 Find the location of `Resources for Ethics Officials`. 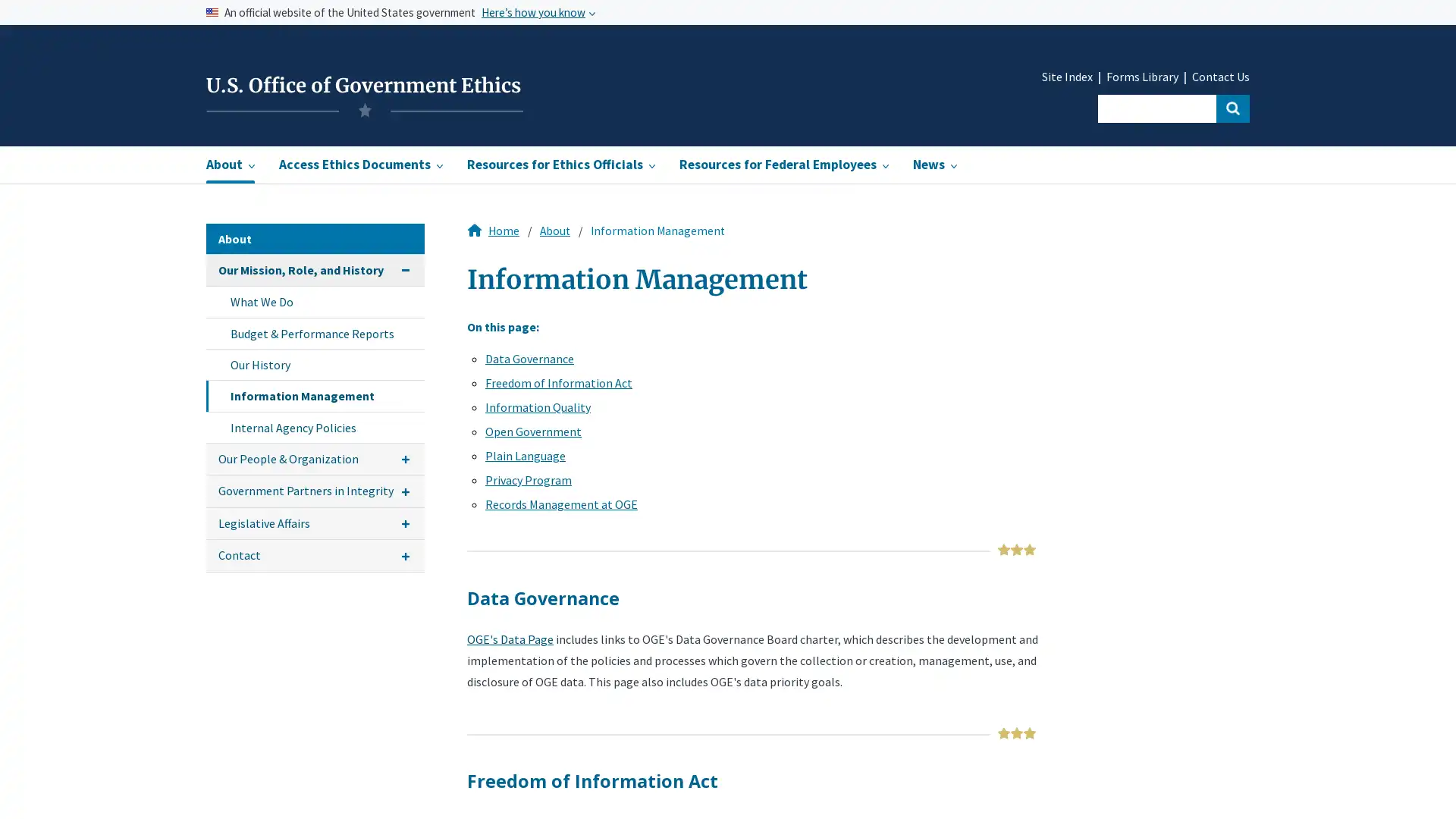

Resources for Ethics Officials is located at coordinates (560, 164).